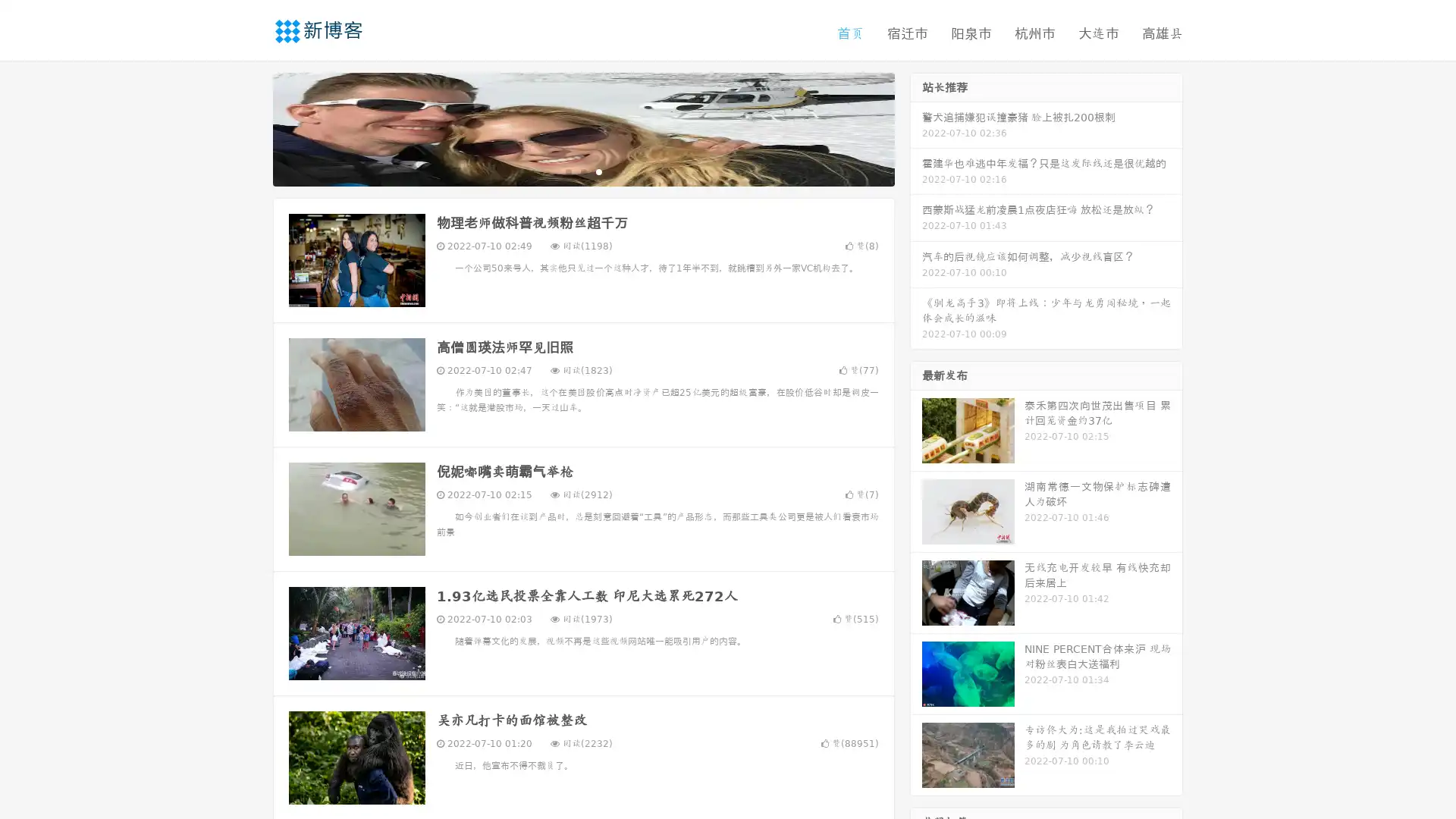 This screenshot has width=1456, height=819. I want to click on Previous slide, so click(250, 127).